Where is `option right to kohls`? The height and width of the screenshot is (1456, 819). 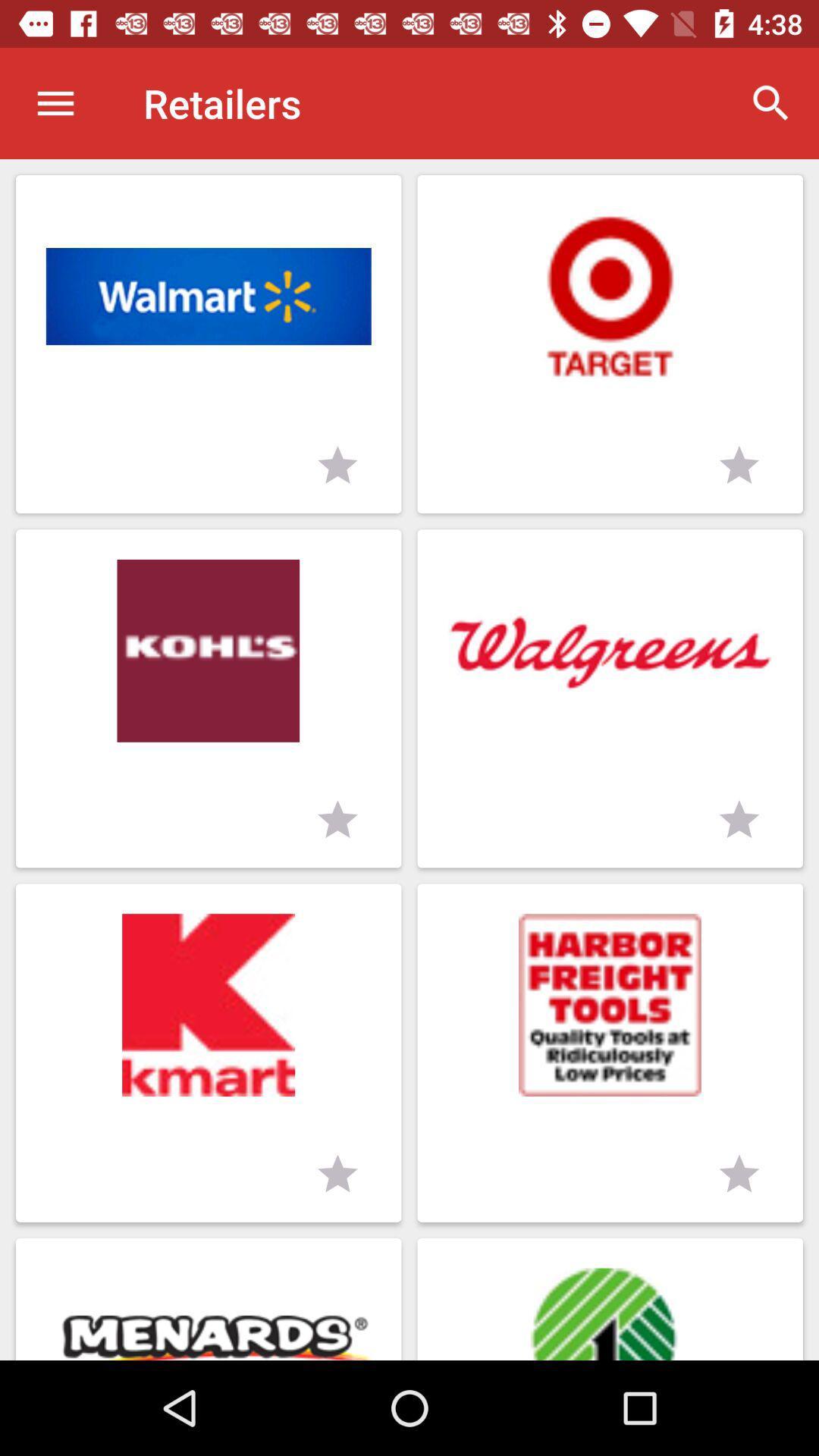 option right to kohls is located at coordinates (610, 698).